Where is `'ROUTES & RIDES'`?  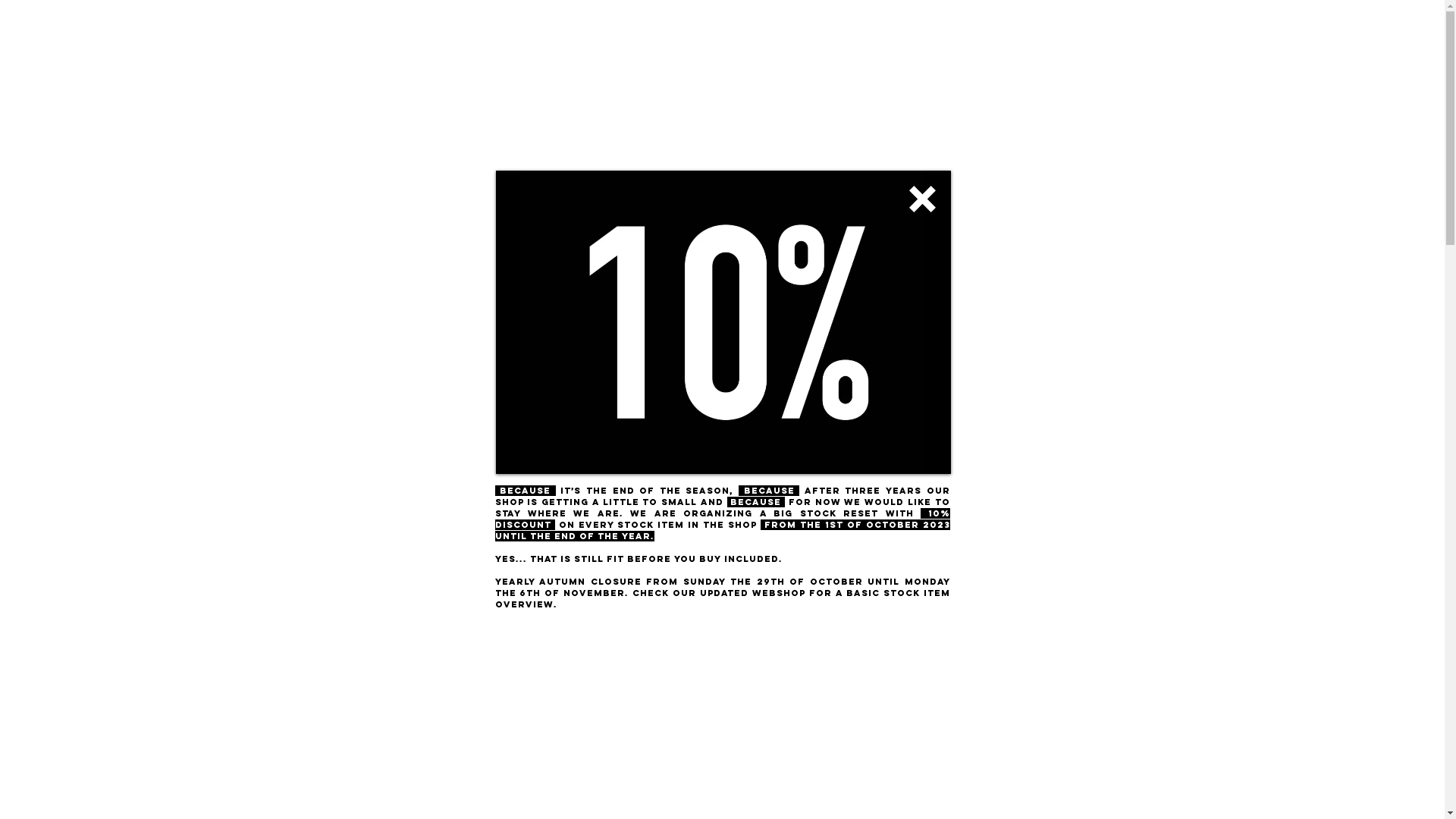
'ROUTES & RIDES' is located at coordinates (687, 79).